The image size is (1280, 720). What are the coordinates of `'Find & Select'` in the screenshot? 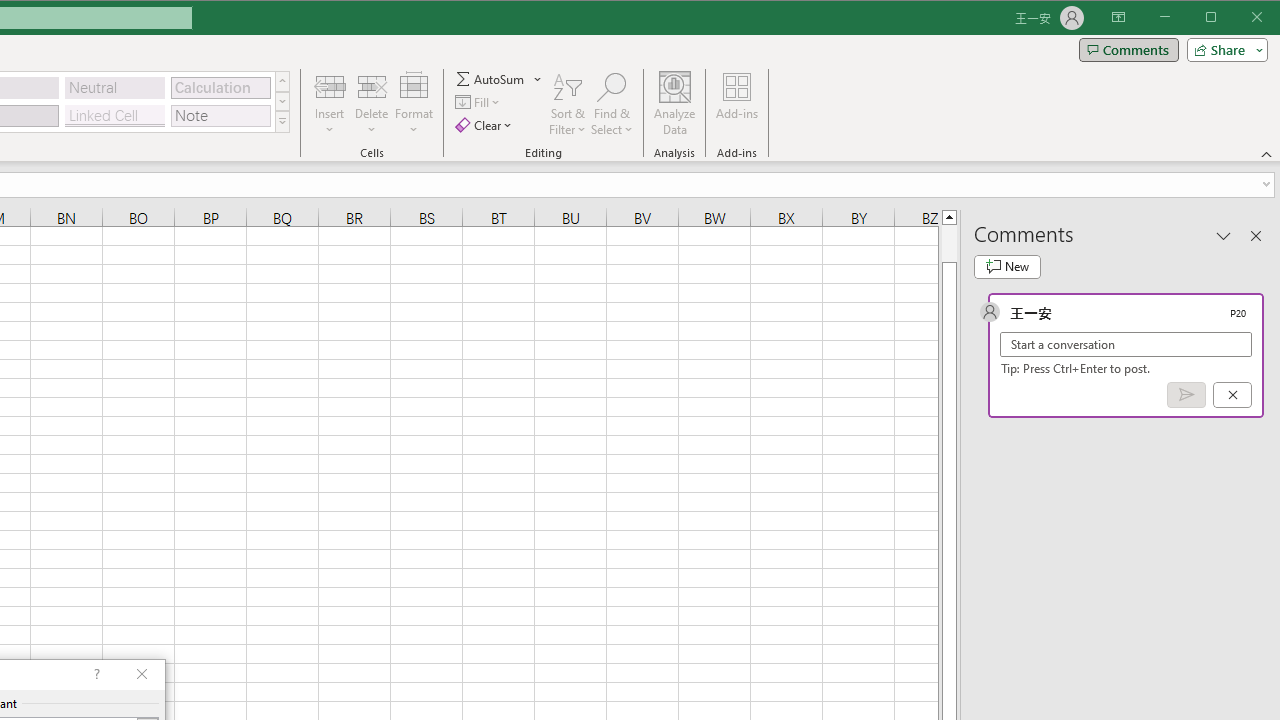 It's located at (611, 104).